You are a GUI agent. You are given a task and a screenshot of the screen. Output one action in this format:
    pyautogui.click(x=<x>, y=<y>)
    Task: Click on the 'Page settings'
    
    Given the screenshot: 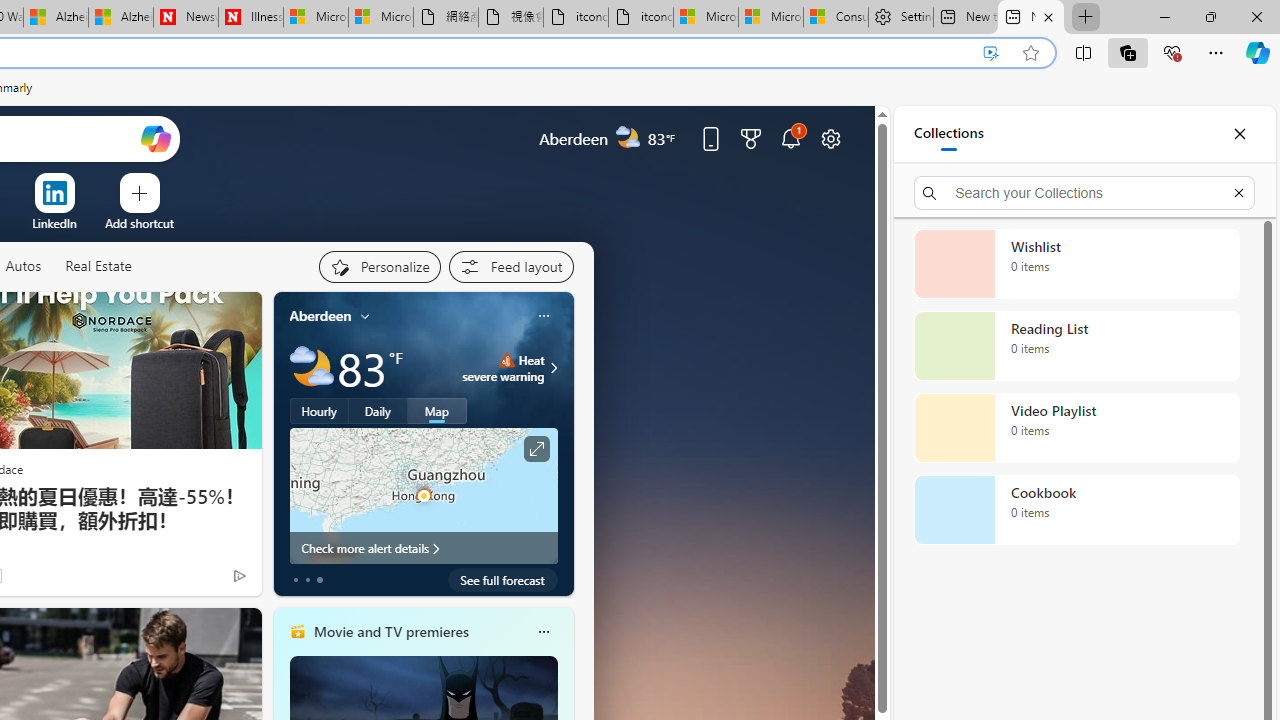 What is the action you would take?
    pyautogui.click(x=831, y=137)
    